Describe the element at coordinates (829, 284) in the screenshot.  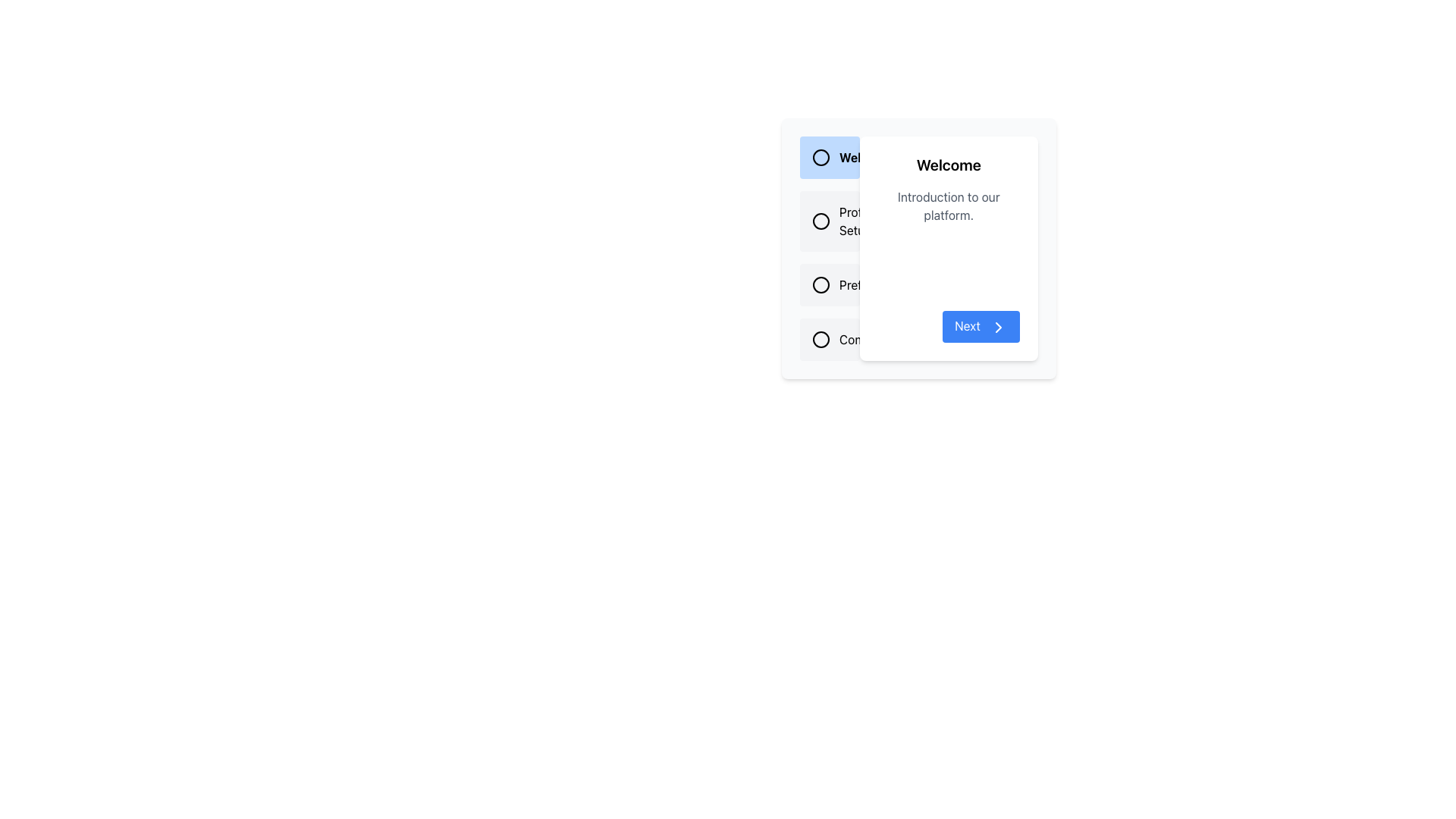
I see `the third radio button labeled 'Preferences' in the vertical list and select it by pressing space` at that location.